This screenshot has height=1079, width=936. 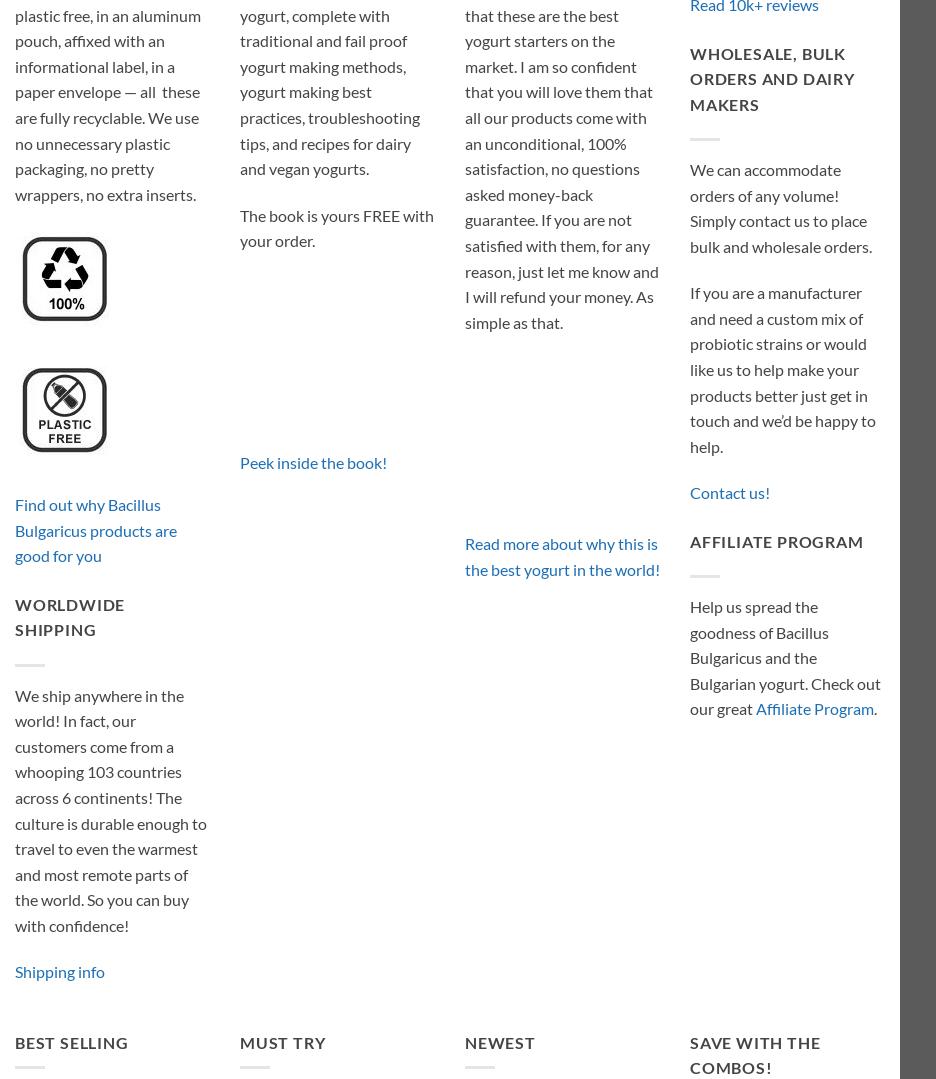 I want to click on 'If you are a manufacturer and need a custom mix of probiotic strains or would like us to help make your products better just get in touch and we’d be happy to help.', so click(x=781, y=369).